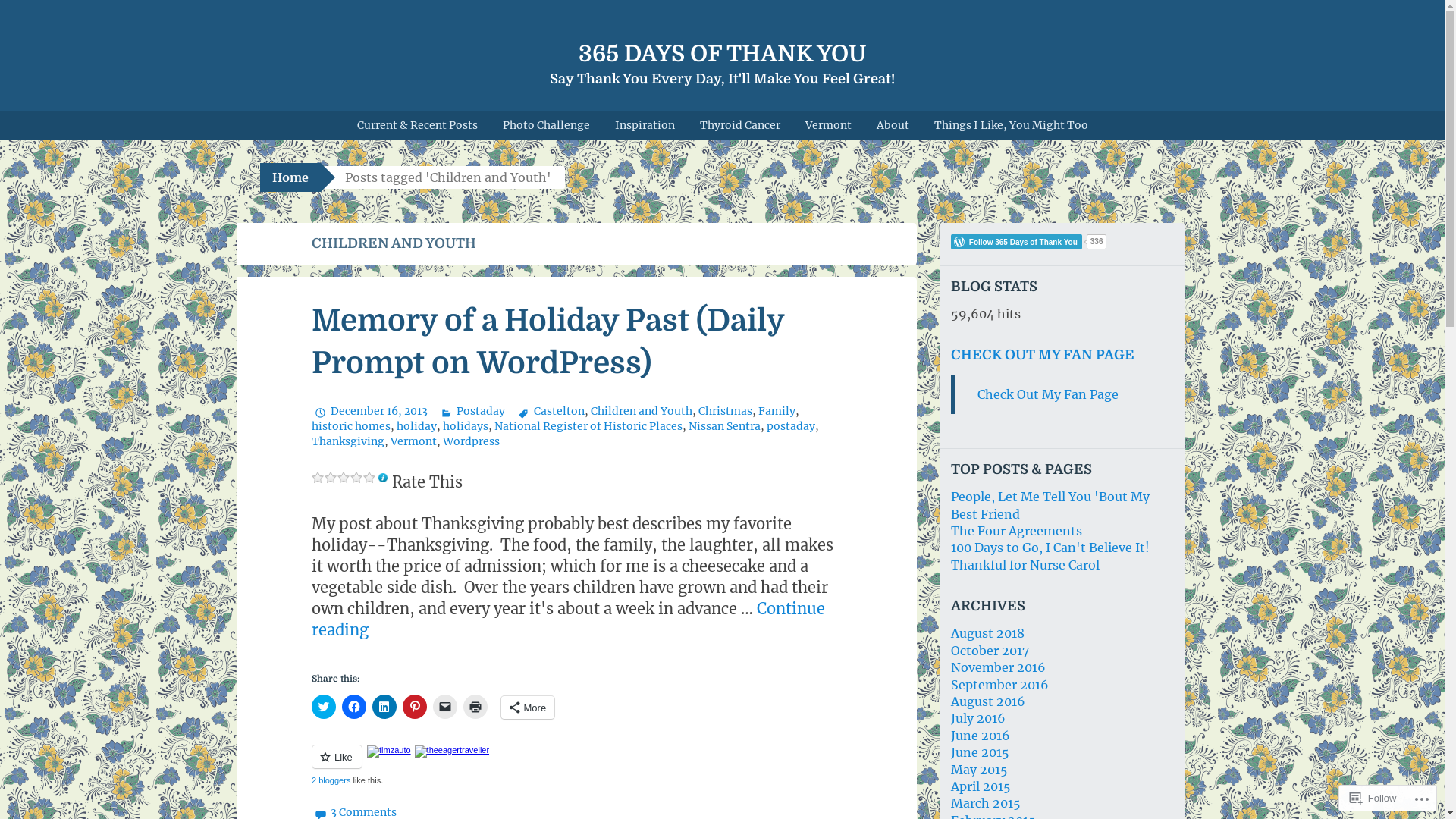 The image size is (1456, 819). What do you see at coordinates (396, 426) in the screenshot?
I see `'holiday'` at bounding box center [396, 426].